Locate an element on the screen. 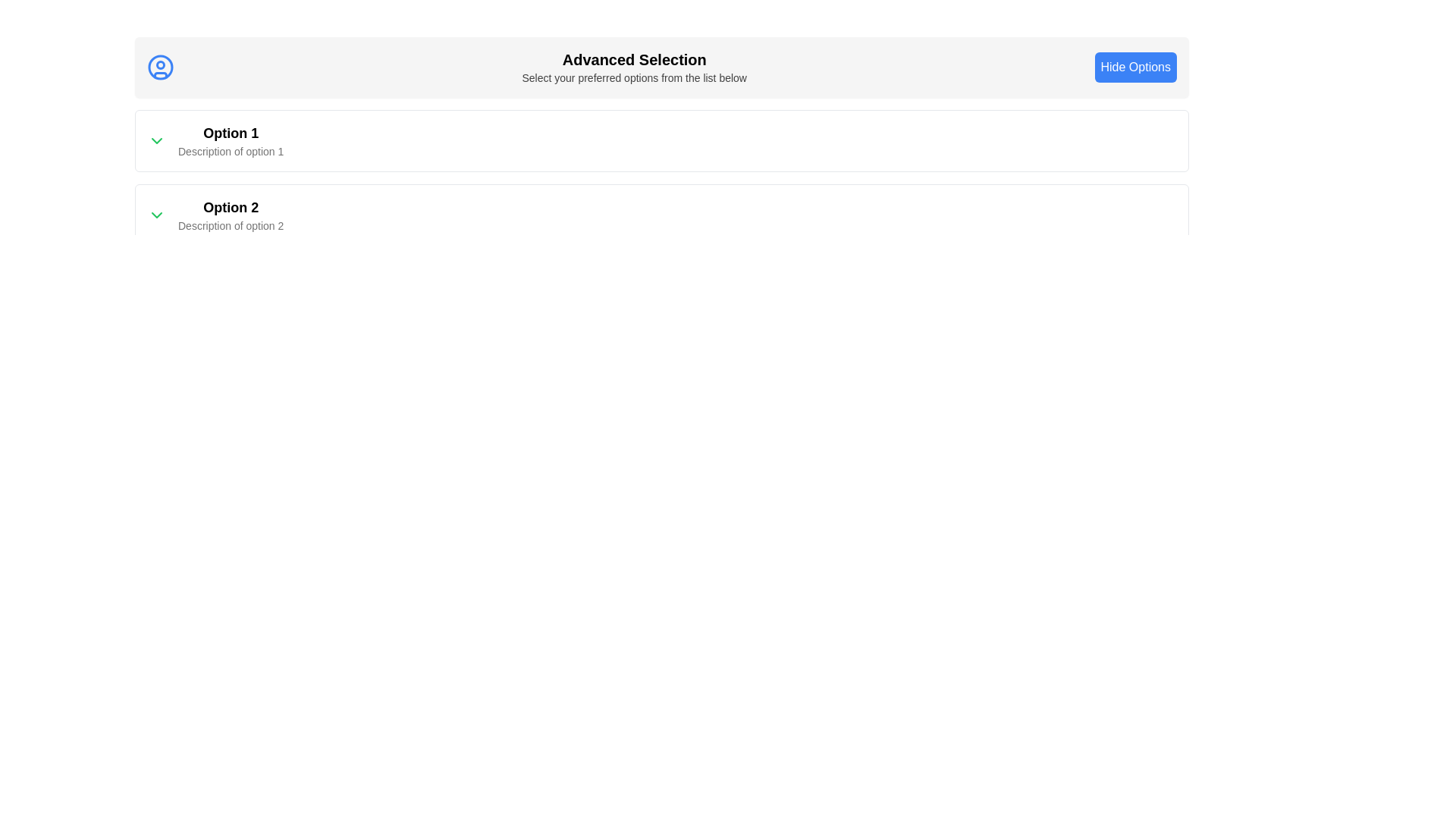  the text label for 'Option 1' is located at coordinates (230, 133).